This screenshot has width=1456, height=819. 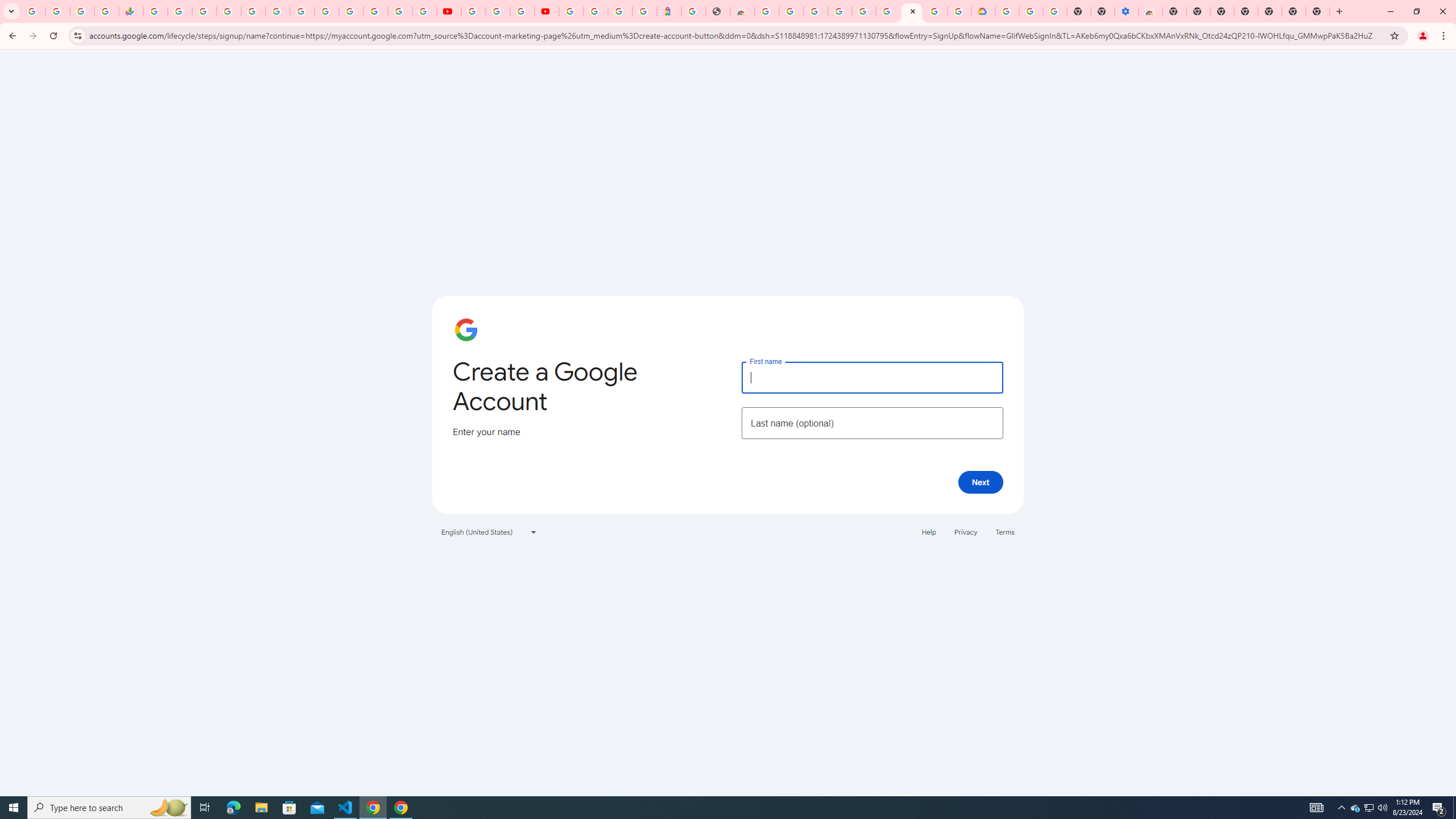 What do you see at coordinates (302, 11) in the screenshot?
I see `'Android TV Policies and Guidelines - Transparency Center'` at bounding box center [302, 11].